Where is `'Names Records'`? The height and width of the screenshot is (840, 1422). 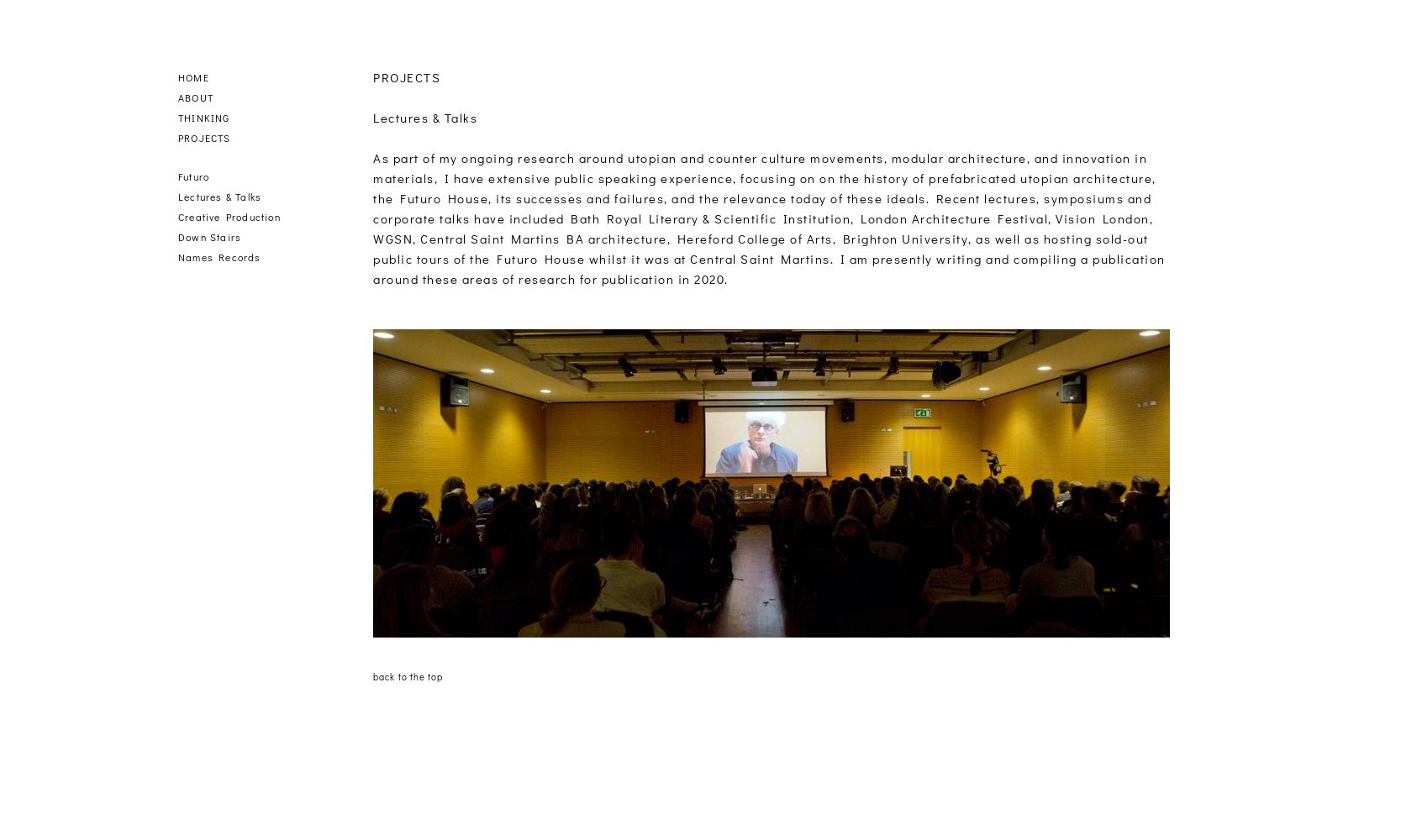
'Names Records' is located at coordinates (178, 257).